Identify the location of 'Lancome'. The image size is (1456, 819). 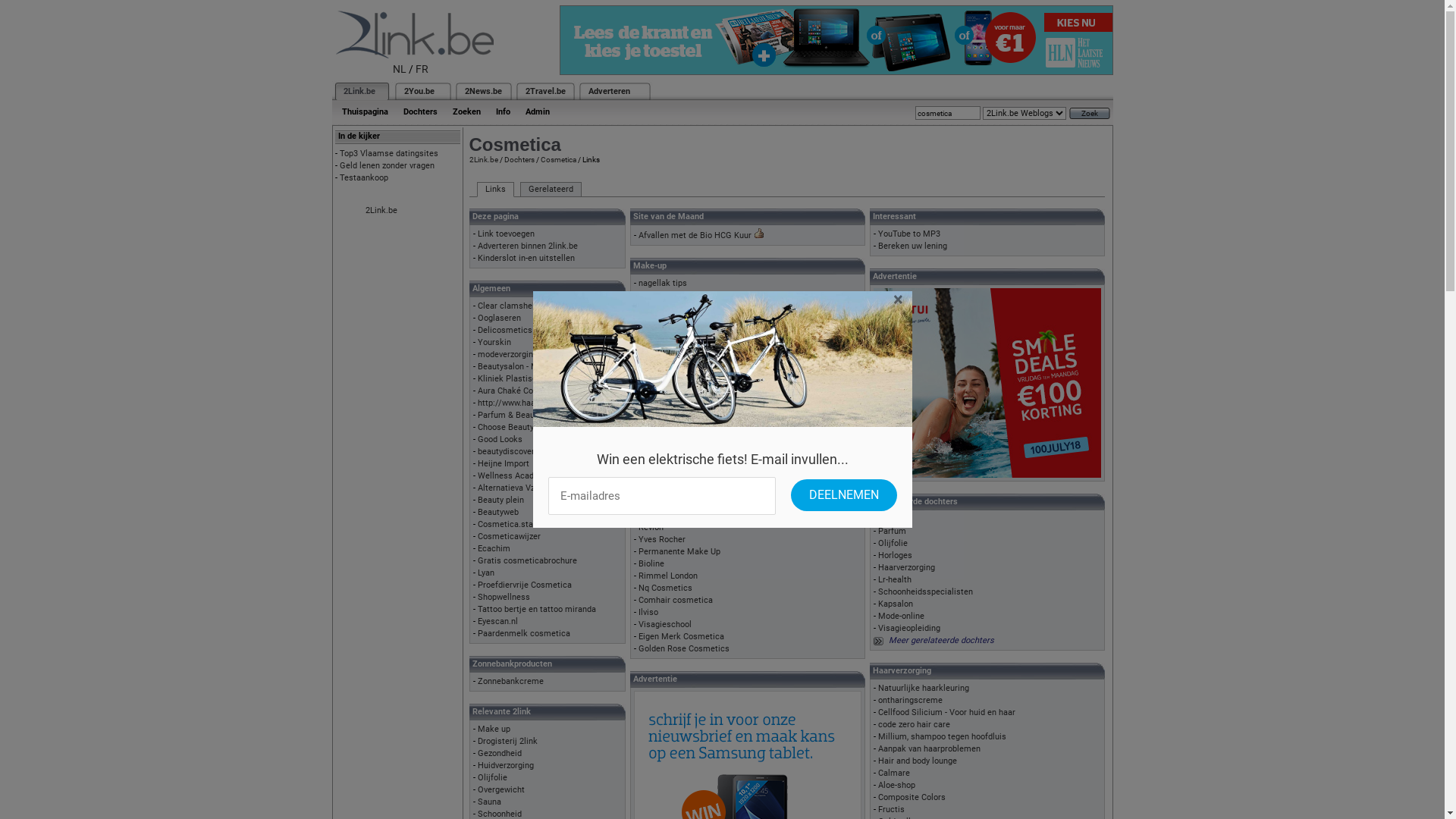
(655, 491).